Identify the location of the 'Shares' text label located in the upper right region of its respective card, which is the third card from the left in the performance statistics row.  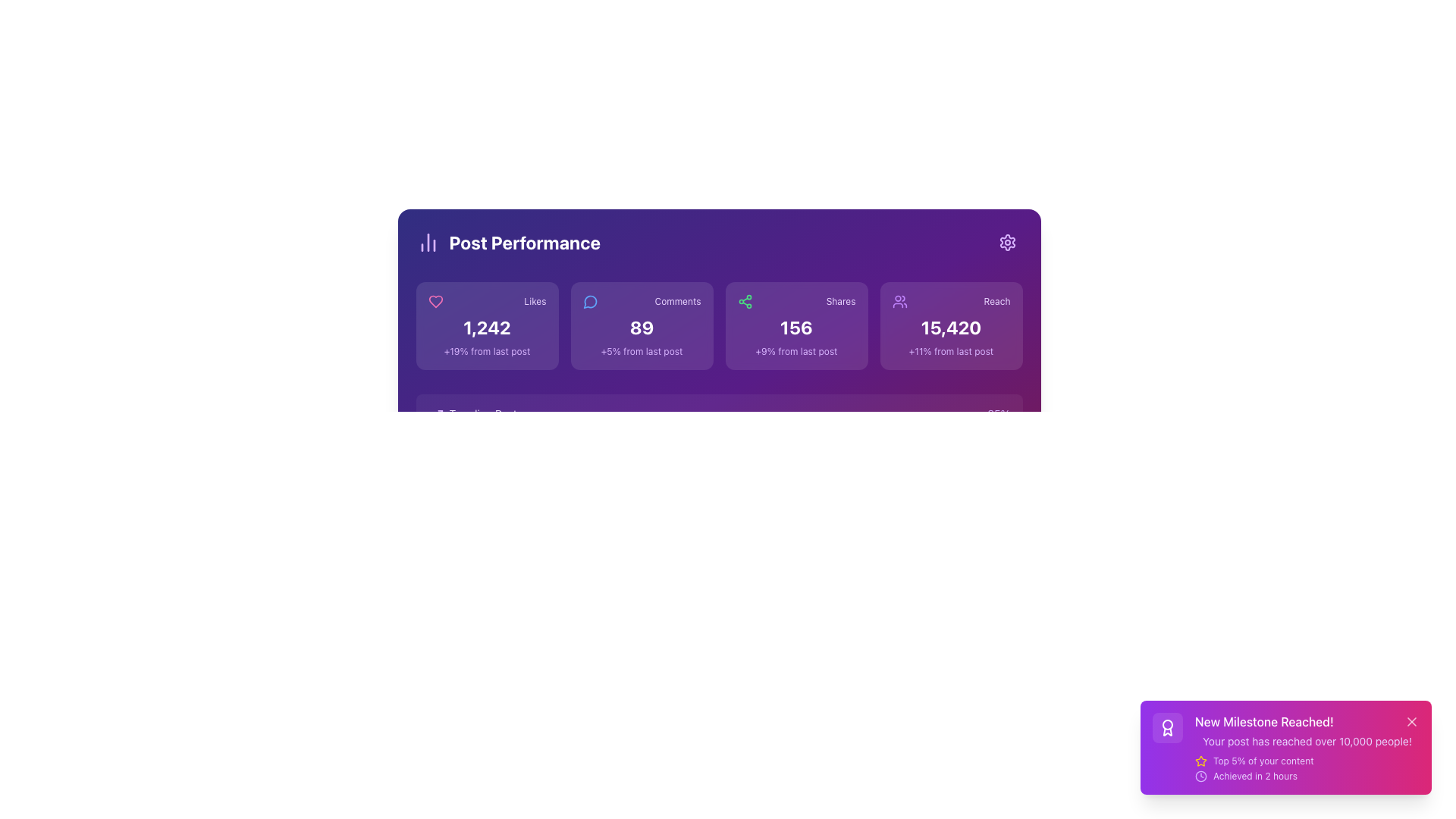
(839, 301).